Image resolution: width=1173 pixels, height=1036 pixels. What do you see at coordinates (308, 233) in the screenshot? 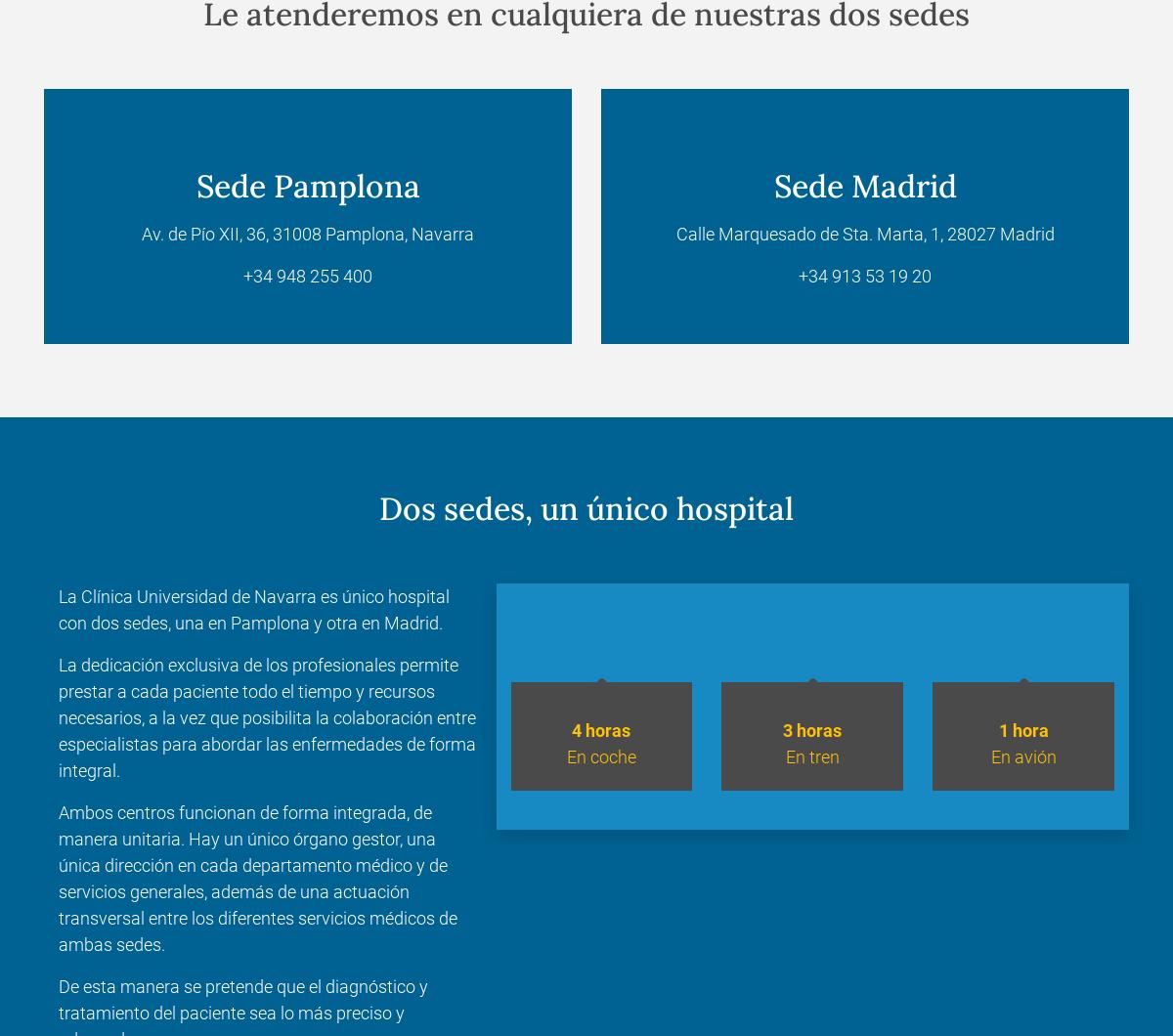
I see `'Av. de Pío XII, 36, 31008 Pamplona, Navarra'` at bounding box center [308, 233].